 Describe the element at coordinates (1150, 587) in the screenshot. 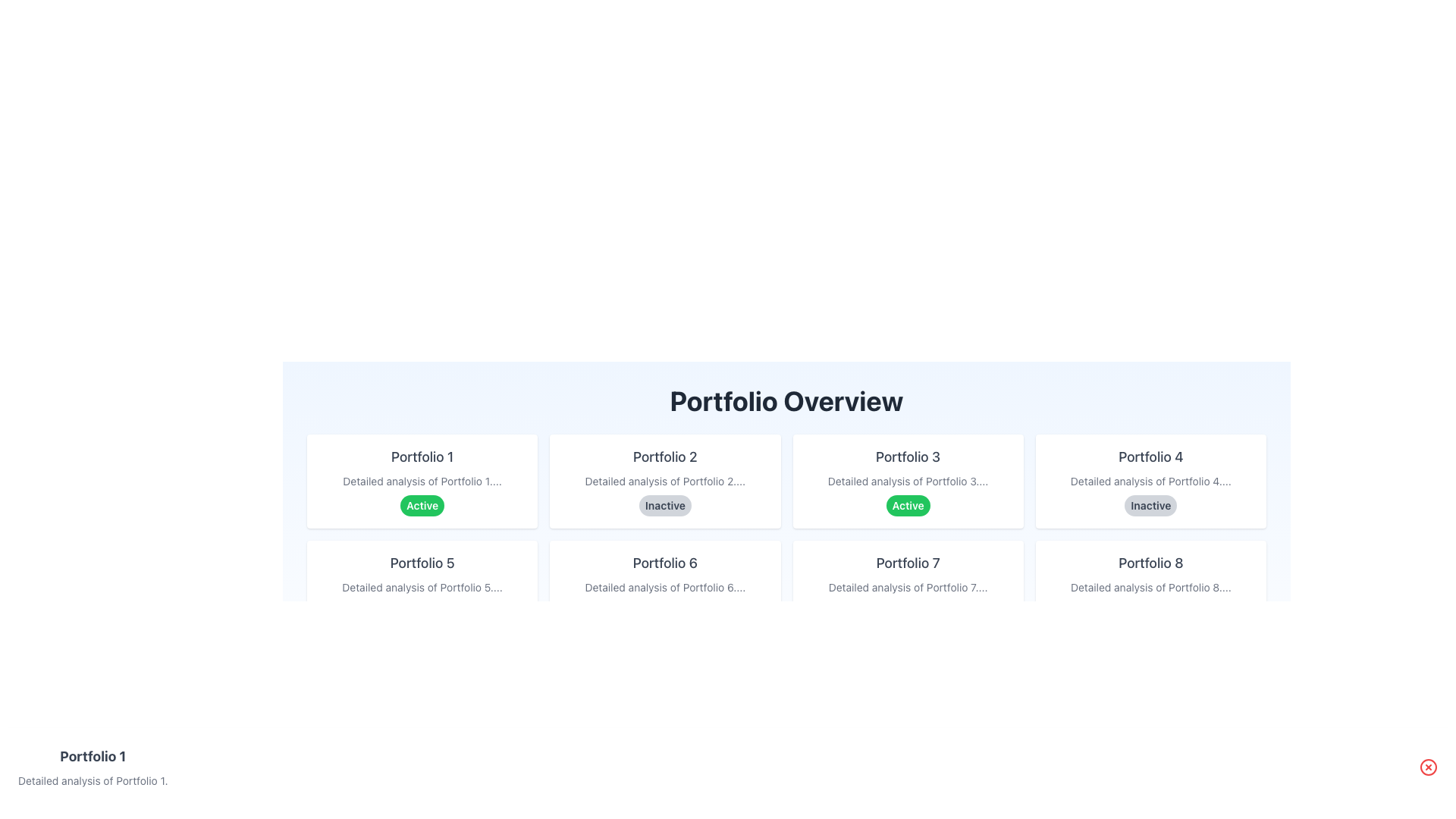

I see `the text element that displays 'Detailed analysis of Portfolio 8....', which is located beneath the title 'Portfolio 8' and above the status indicator 'Inactive'` at that location.